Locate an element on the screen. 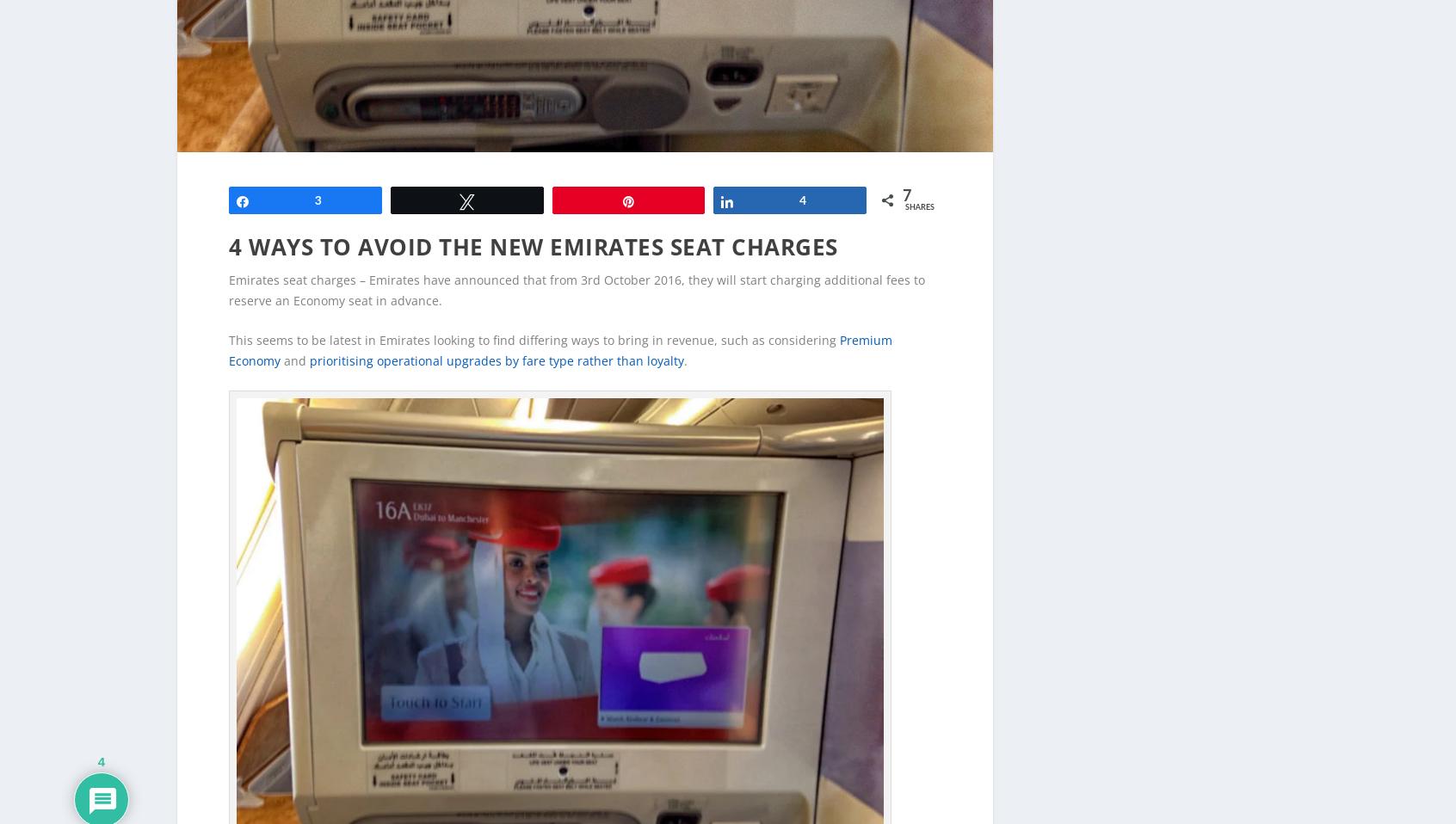 The width and height of the screenshot is (1456, 824). 'Premium Economy' is located at coordinates (560, 322).